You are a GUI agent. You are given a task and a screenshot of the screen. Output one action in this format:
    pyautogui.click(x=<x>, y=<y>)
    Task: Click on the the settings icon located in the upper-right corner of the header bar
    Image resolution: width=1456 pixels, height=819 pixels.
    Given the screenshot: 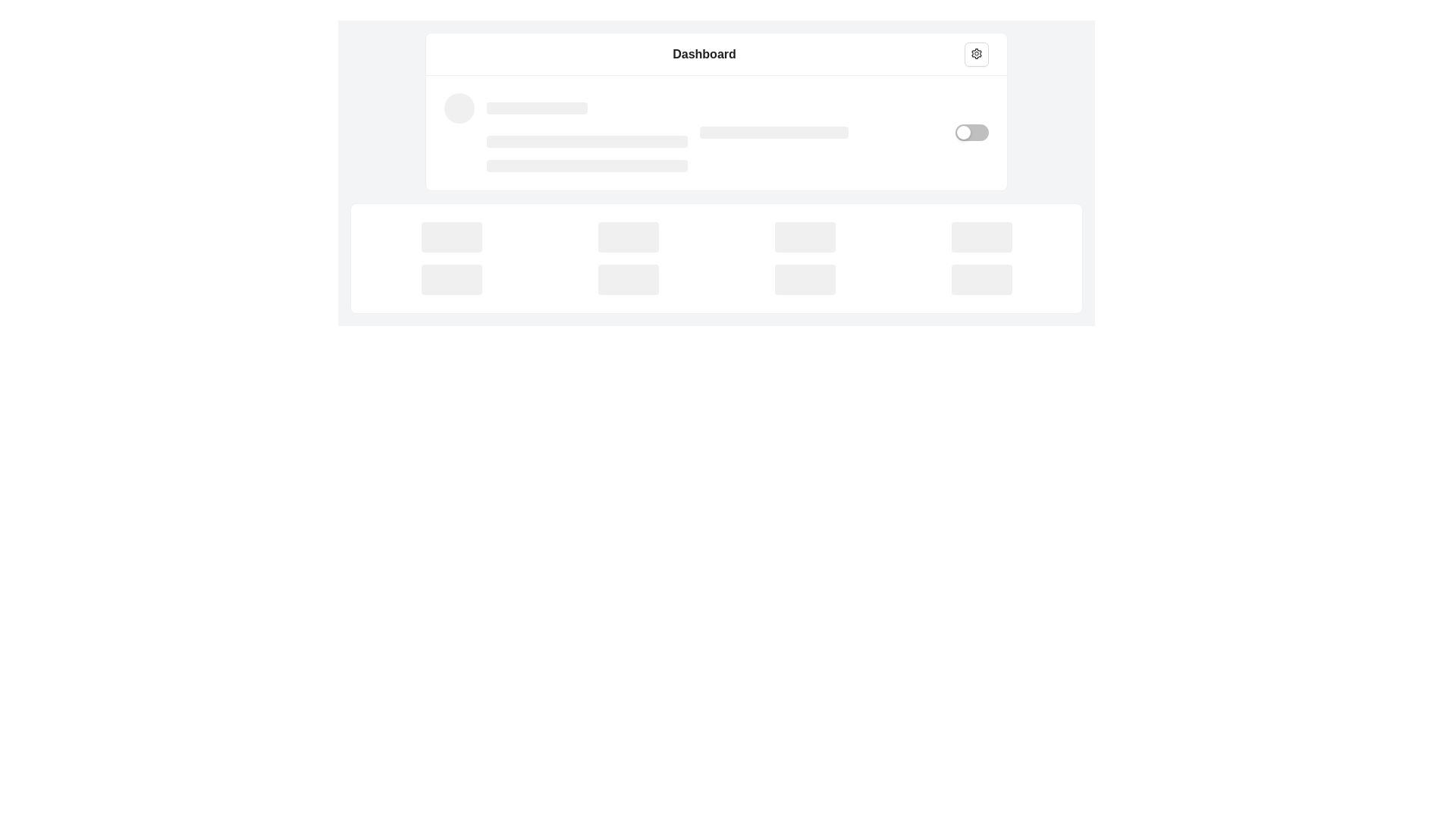 What is the action you would take?
    pyautogui.click(x=975, y=52)
    